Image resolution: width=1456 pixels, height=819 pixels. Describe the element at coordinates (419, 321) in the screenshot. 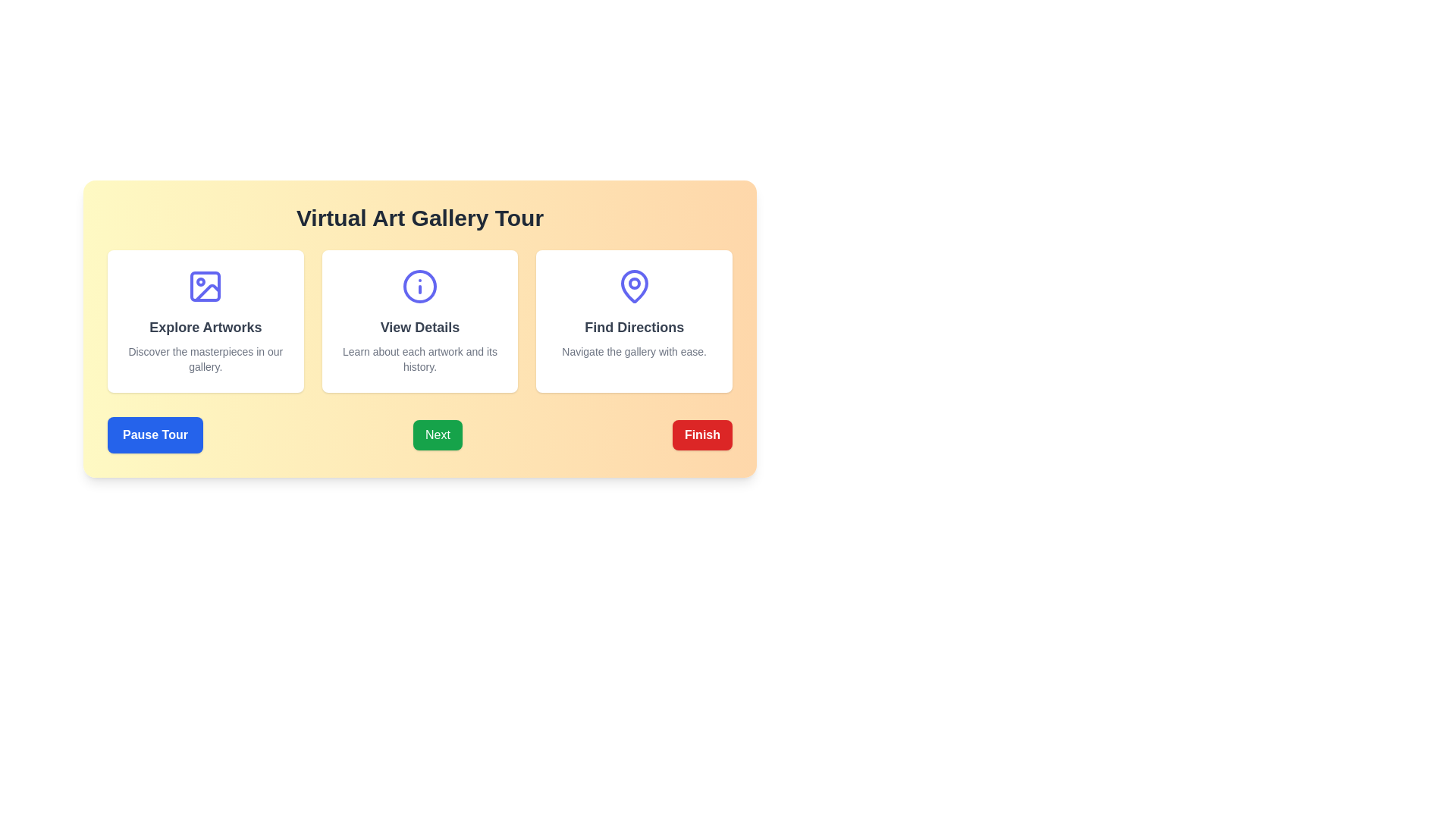

I see `any part of the grid layout containing three cards, which is located above the interactive buttons in the 'Virtual Art Gallery Tour' section` at that location.